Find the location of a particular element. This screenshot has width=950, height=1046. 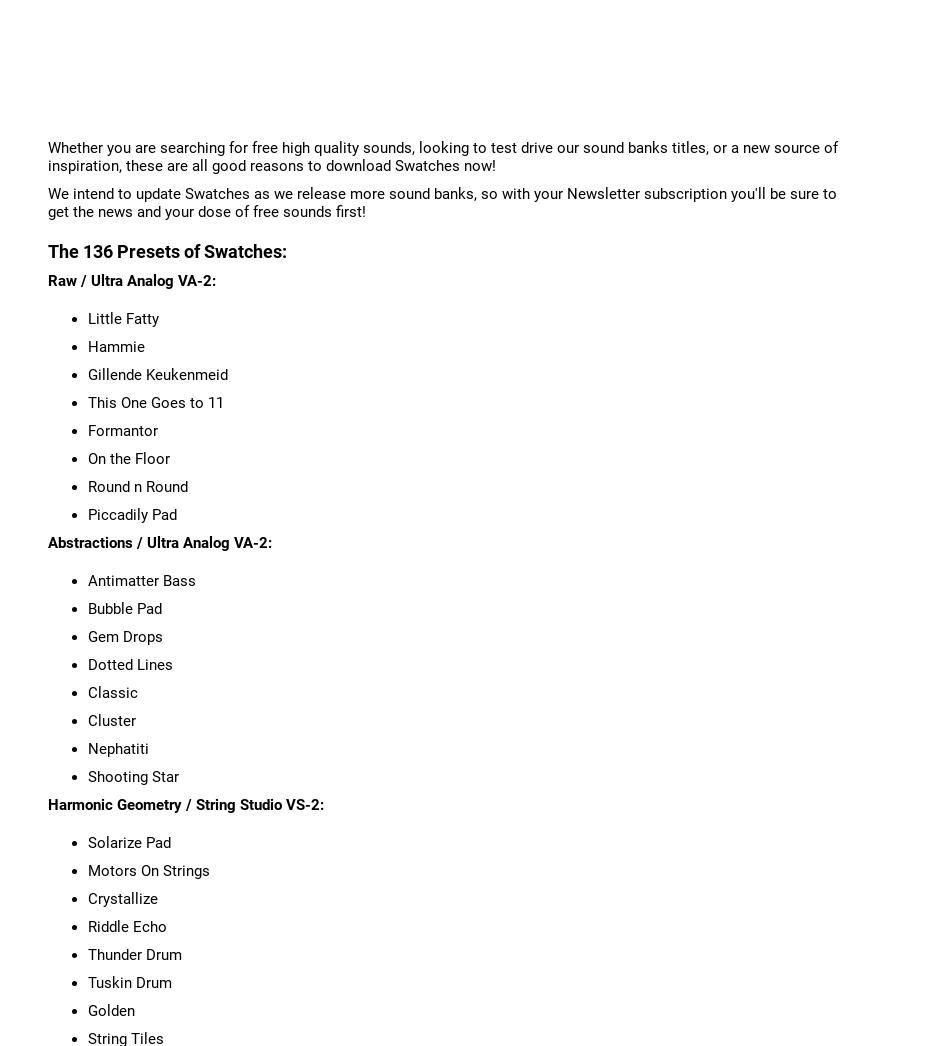

'Tuskin Drum' is located at coordinates (129, 980).